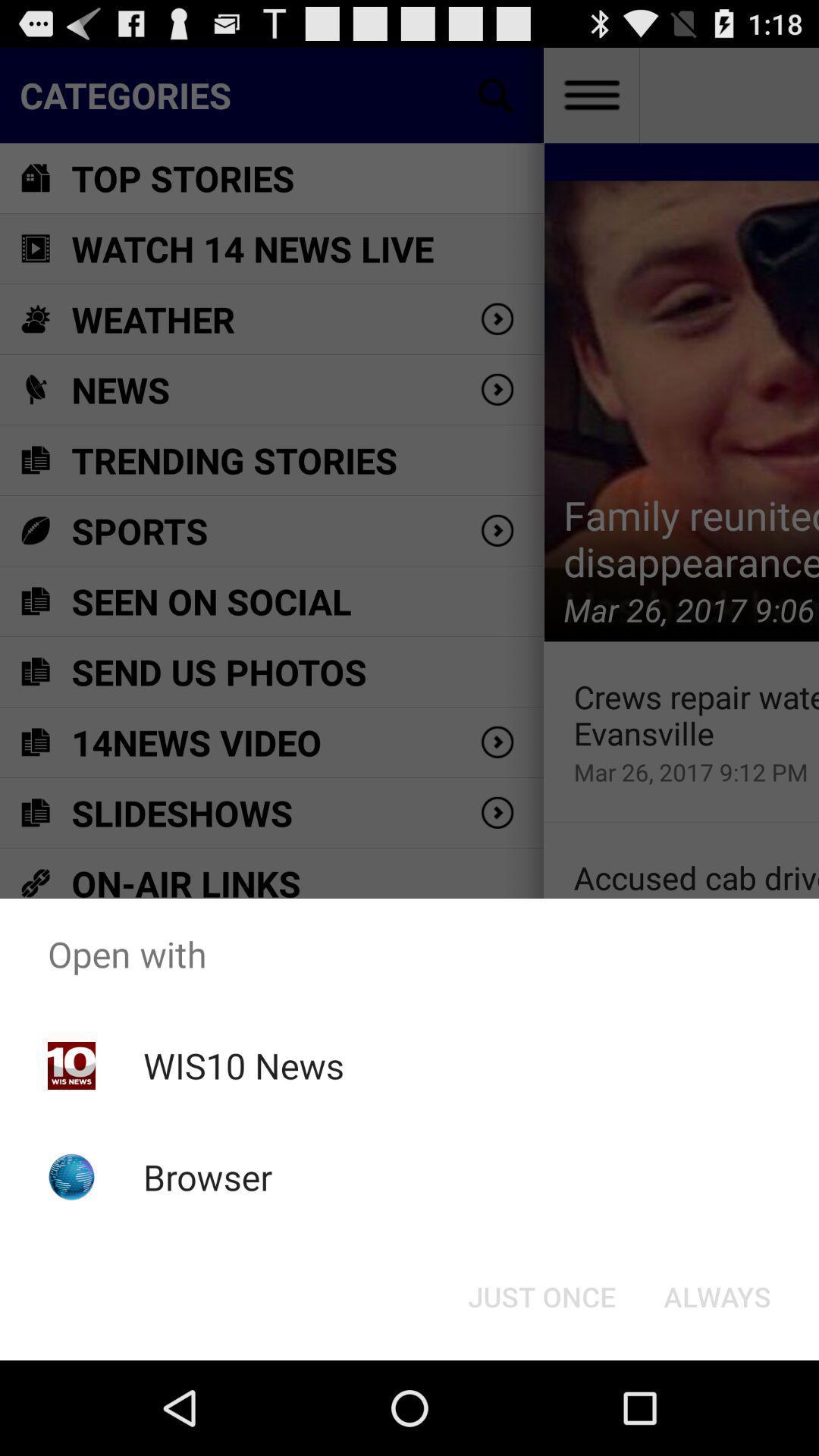 Image resolution: width=819 pixels, height=1456 pixels. Describe the element at coordinates (717, 1295) in the screenshot. I see `always button` at that location.